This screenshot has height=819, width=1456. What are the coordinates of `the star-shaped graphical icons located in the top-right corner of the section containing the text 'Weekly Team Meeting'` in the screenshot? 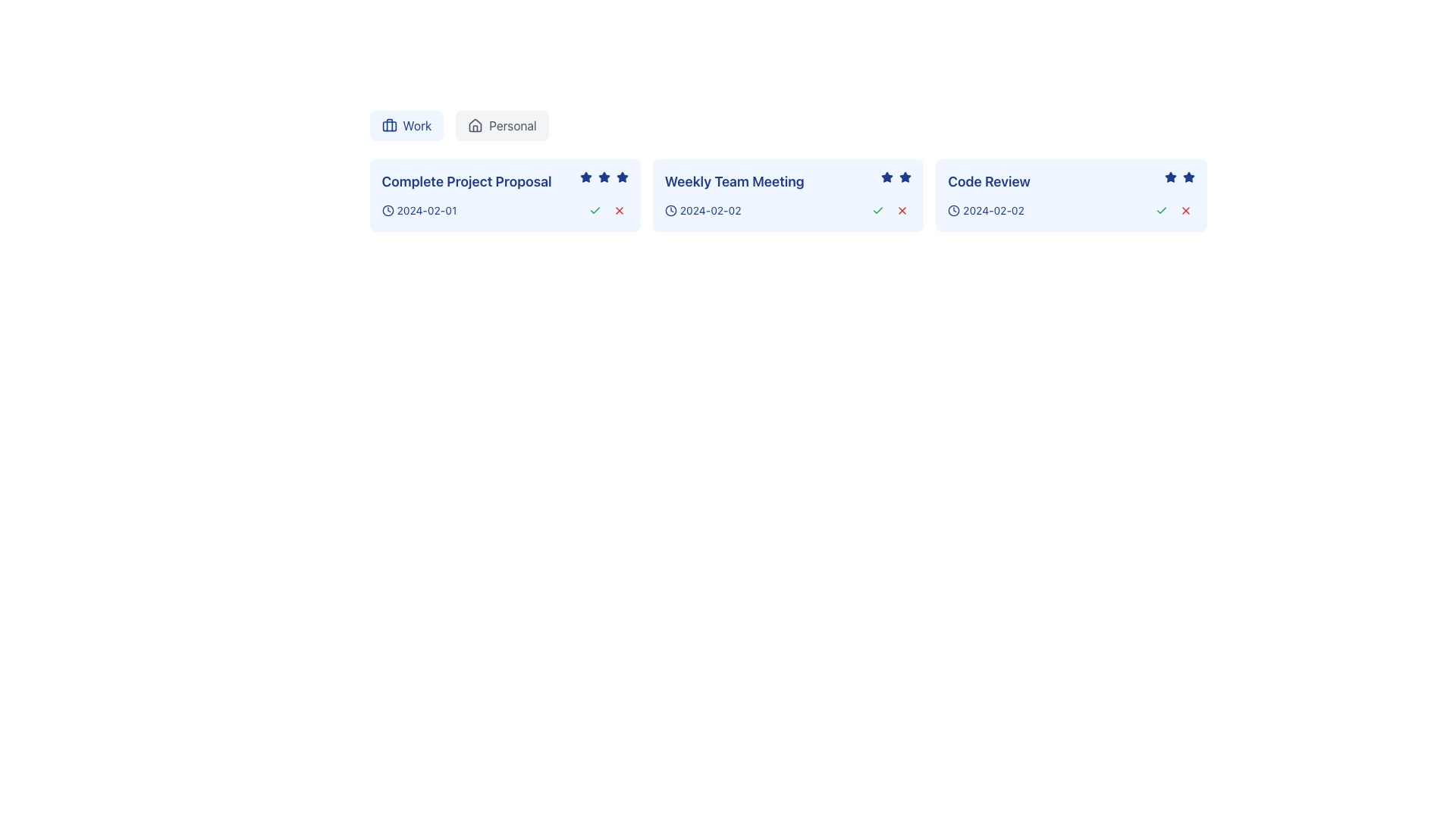 It's located at (896, 177).